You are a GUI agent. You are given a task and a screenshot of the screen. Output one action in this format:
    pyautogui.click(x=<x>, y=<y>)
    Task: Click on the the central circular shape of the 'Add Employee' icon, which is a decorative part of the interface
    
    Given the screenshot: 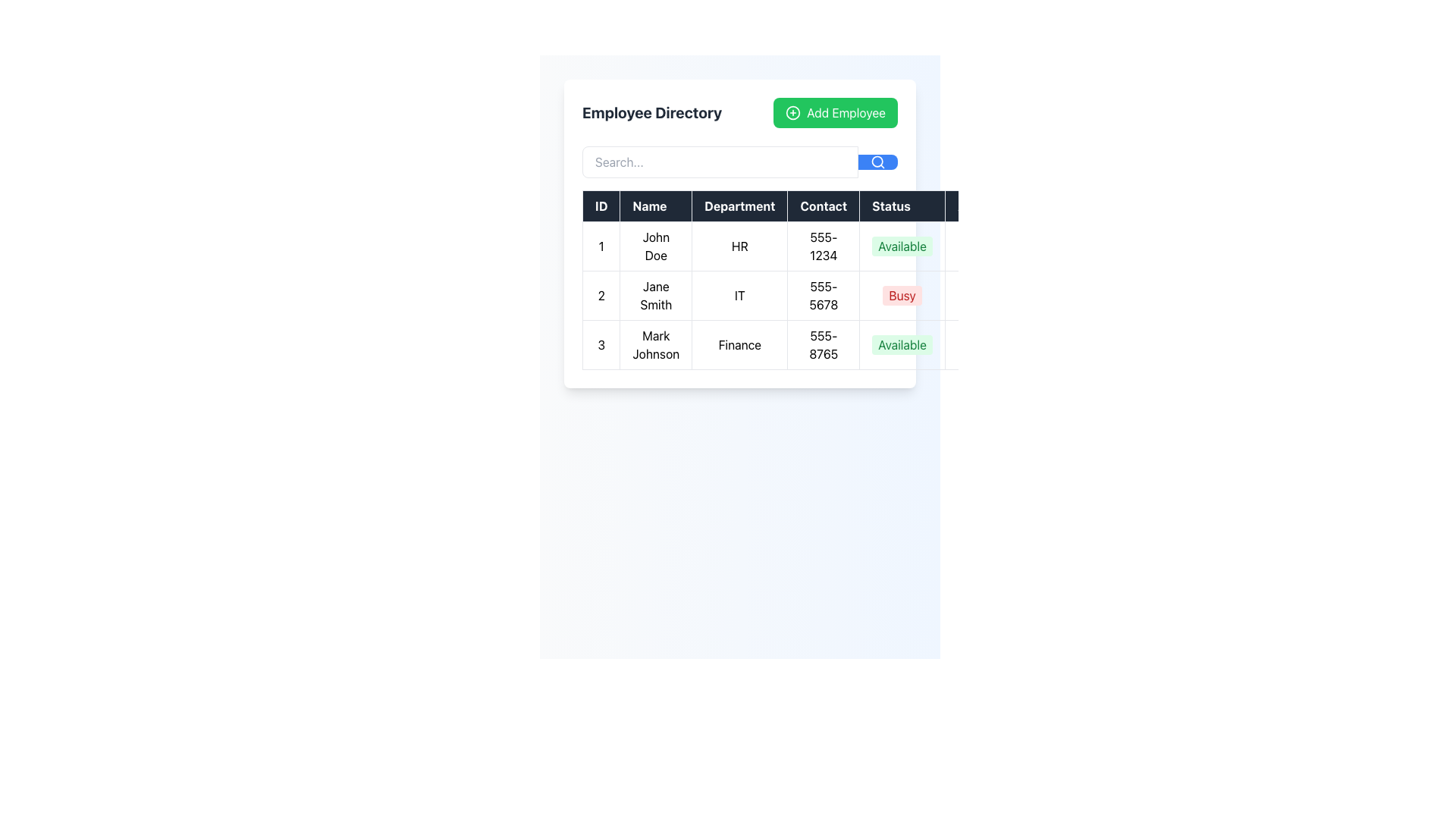 What is the action you would take?
    pyautogui.click(x=792, y=112)
    